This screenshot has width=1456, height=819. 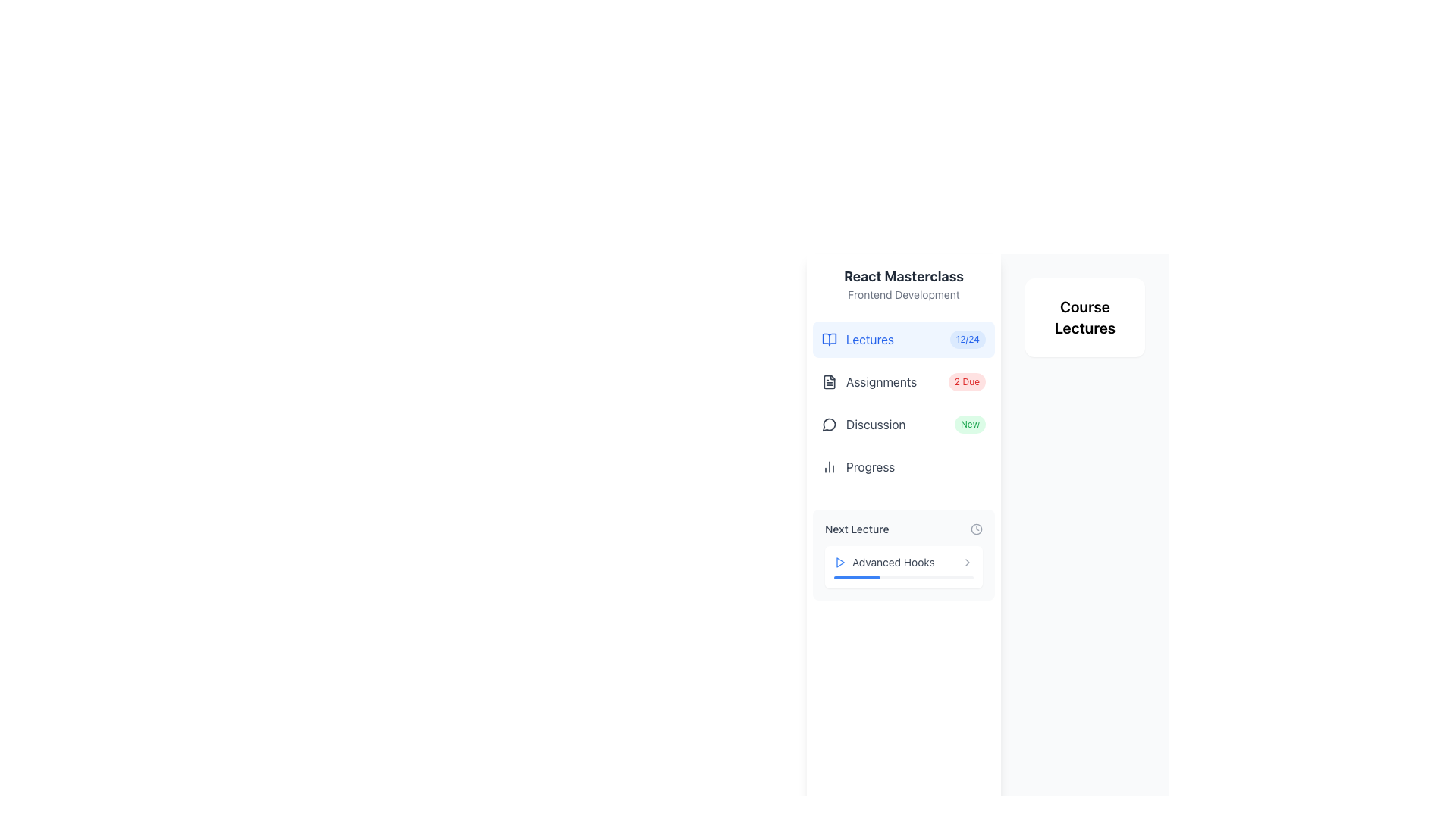 I want to click on the icon that represents navigation to lectures, located to the left of the text 'Lectures' in the card styled section labeled 'Lectures 12/24', so click(x=829, y=338).